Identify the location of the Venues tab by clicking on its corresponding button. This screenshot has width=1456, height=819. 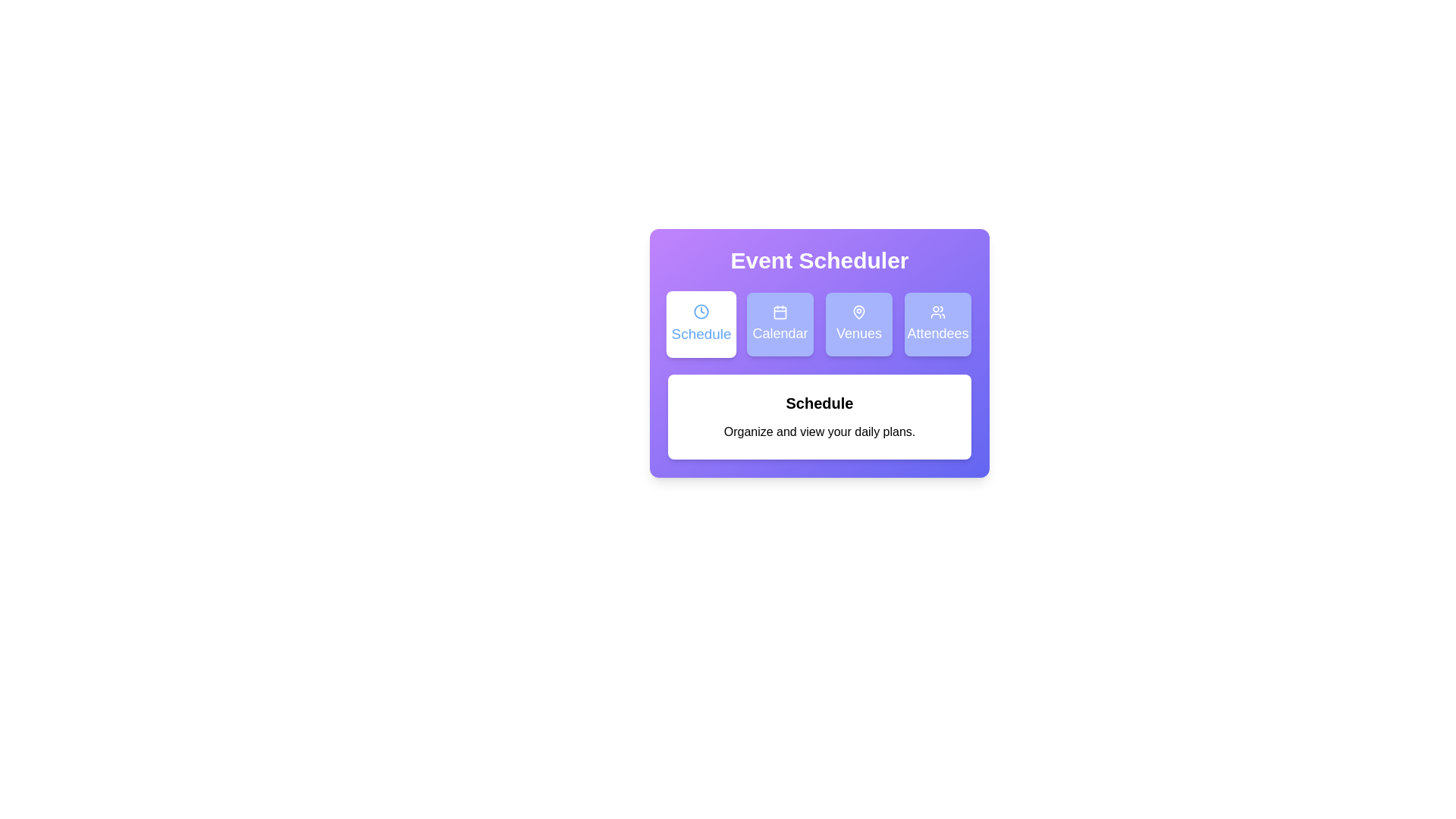
(858, 324).